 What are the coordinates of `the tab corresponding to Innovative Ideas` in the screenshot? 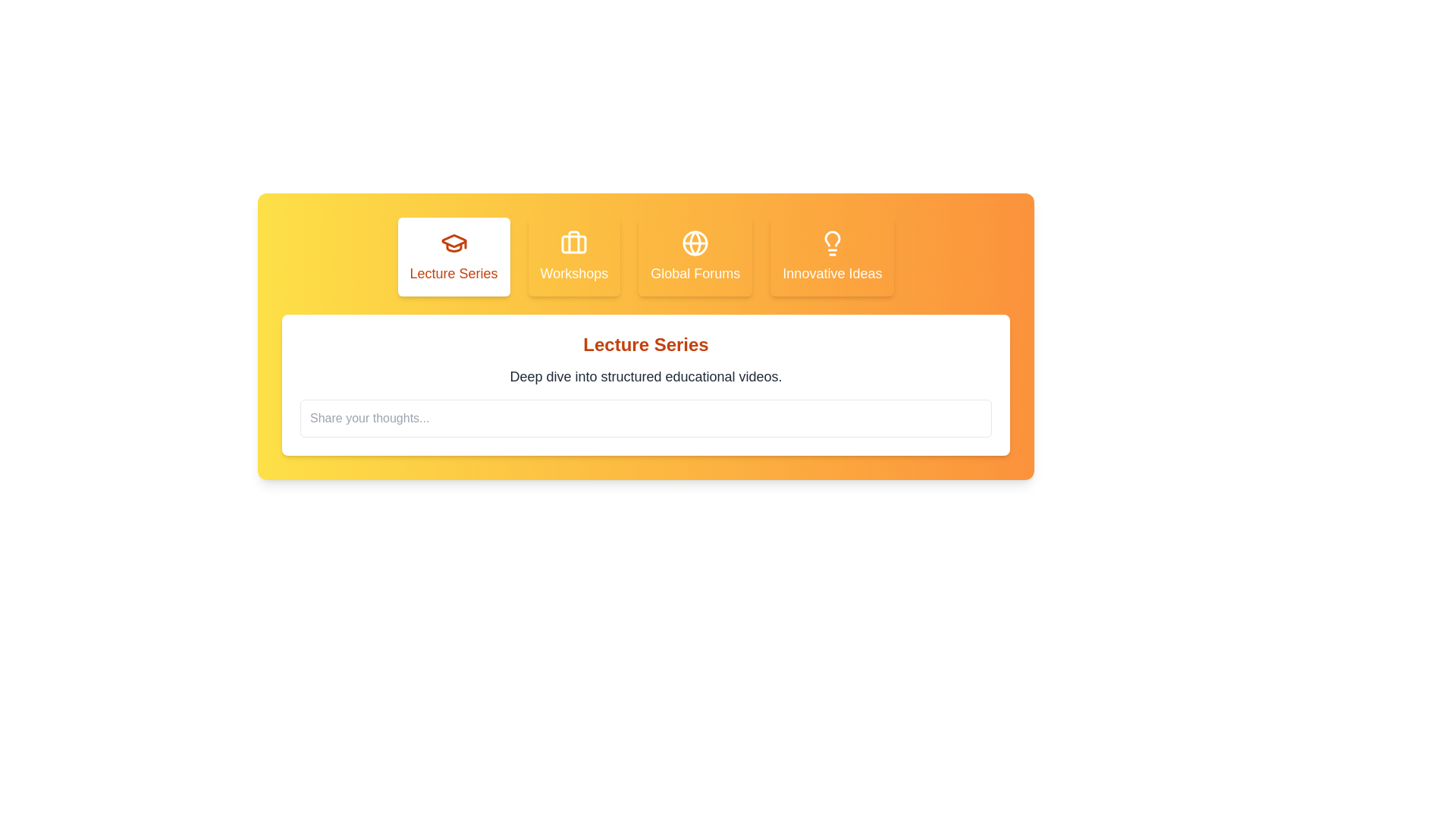 It's located at (831, 256).